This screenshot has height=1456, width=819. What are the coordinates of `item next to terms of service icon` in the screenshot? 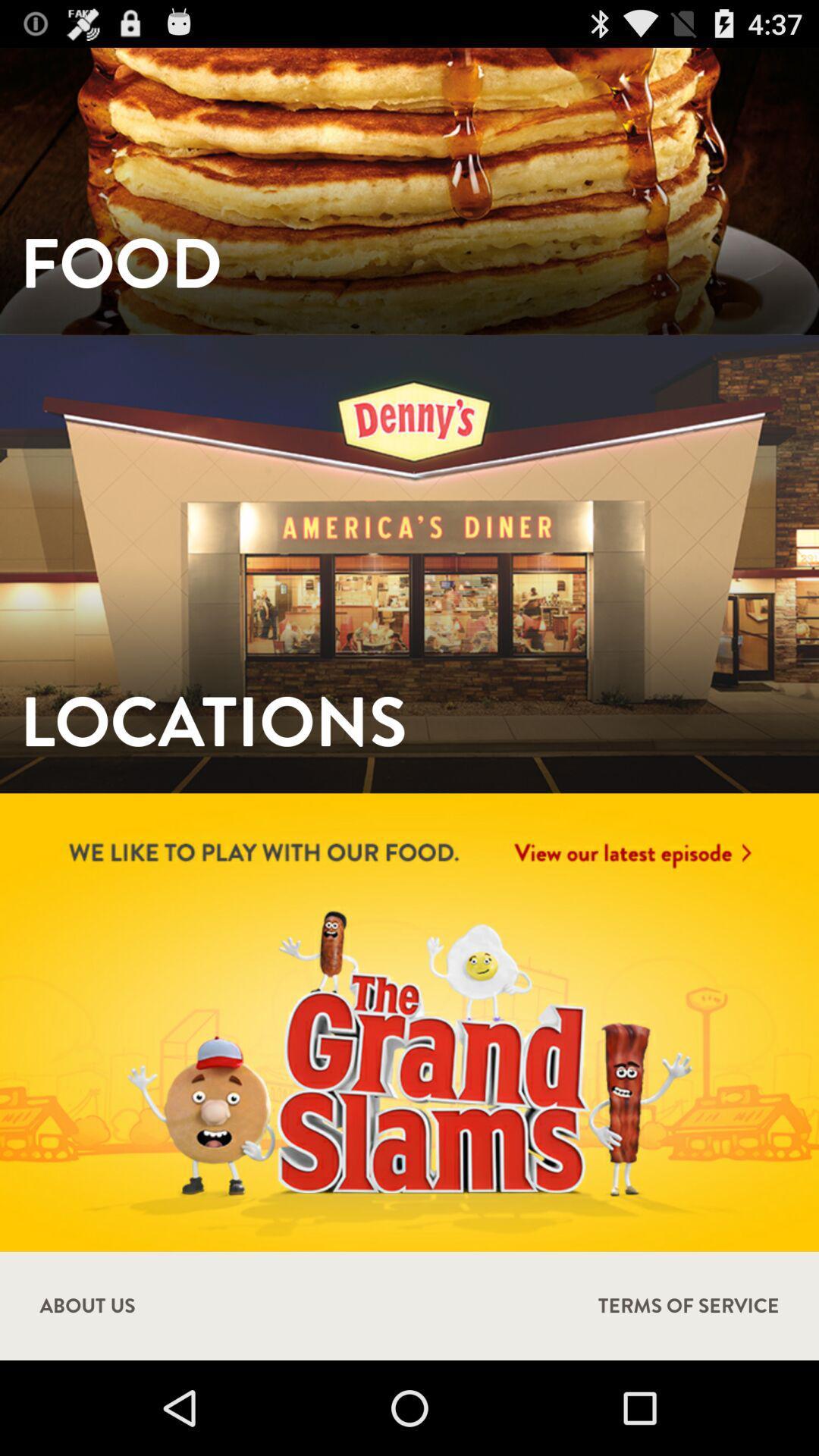 It's located at (87, 1305).